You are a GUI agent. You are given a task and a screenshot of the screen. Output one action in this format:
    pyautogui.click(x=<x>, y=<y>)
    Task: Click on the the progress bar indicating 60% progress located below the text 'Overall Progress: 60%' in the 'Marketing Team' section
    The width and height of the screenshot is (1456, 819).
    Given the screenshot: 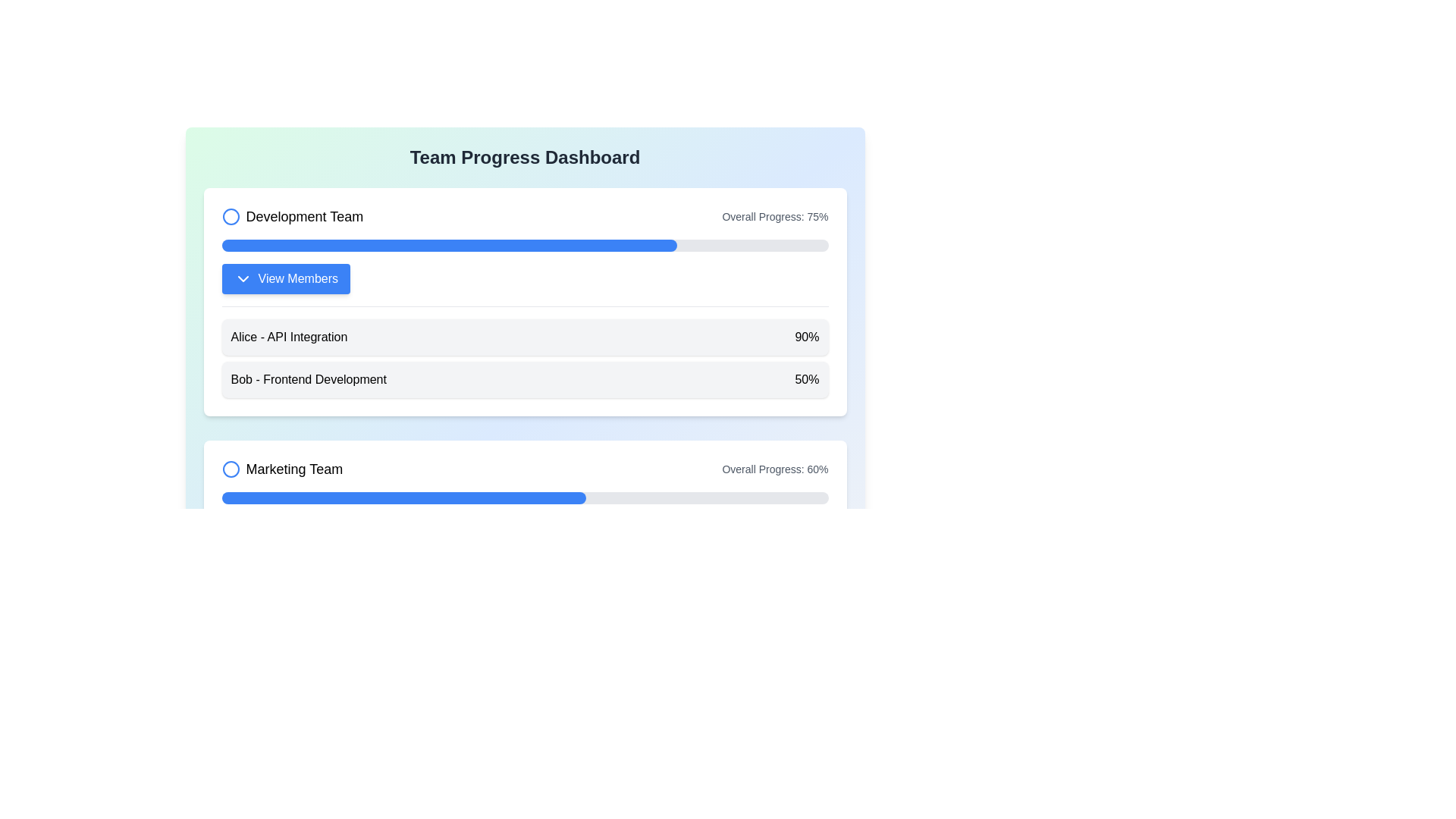 What is the action you would take?
    pyautogui.click(x=525, y=497)
    